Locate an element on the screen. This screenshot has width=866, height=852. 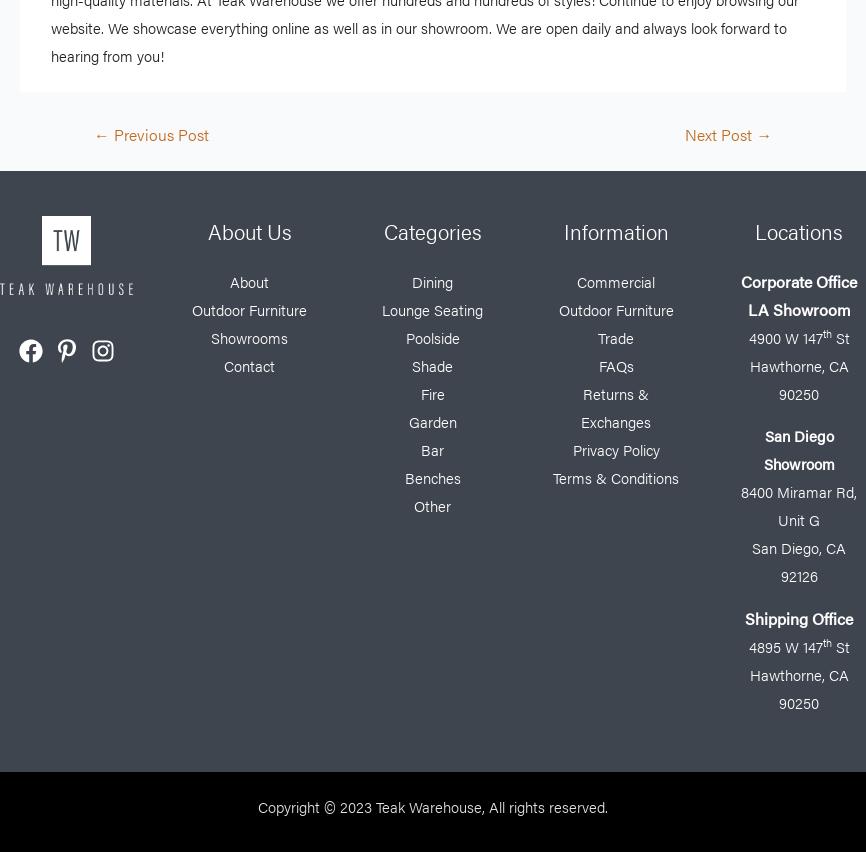
'About Us' is located at coordinates (247, 229).